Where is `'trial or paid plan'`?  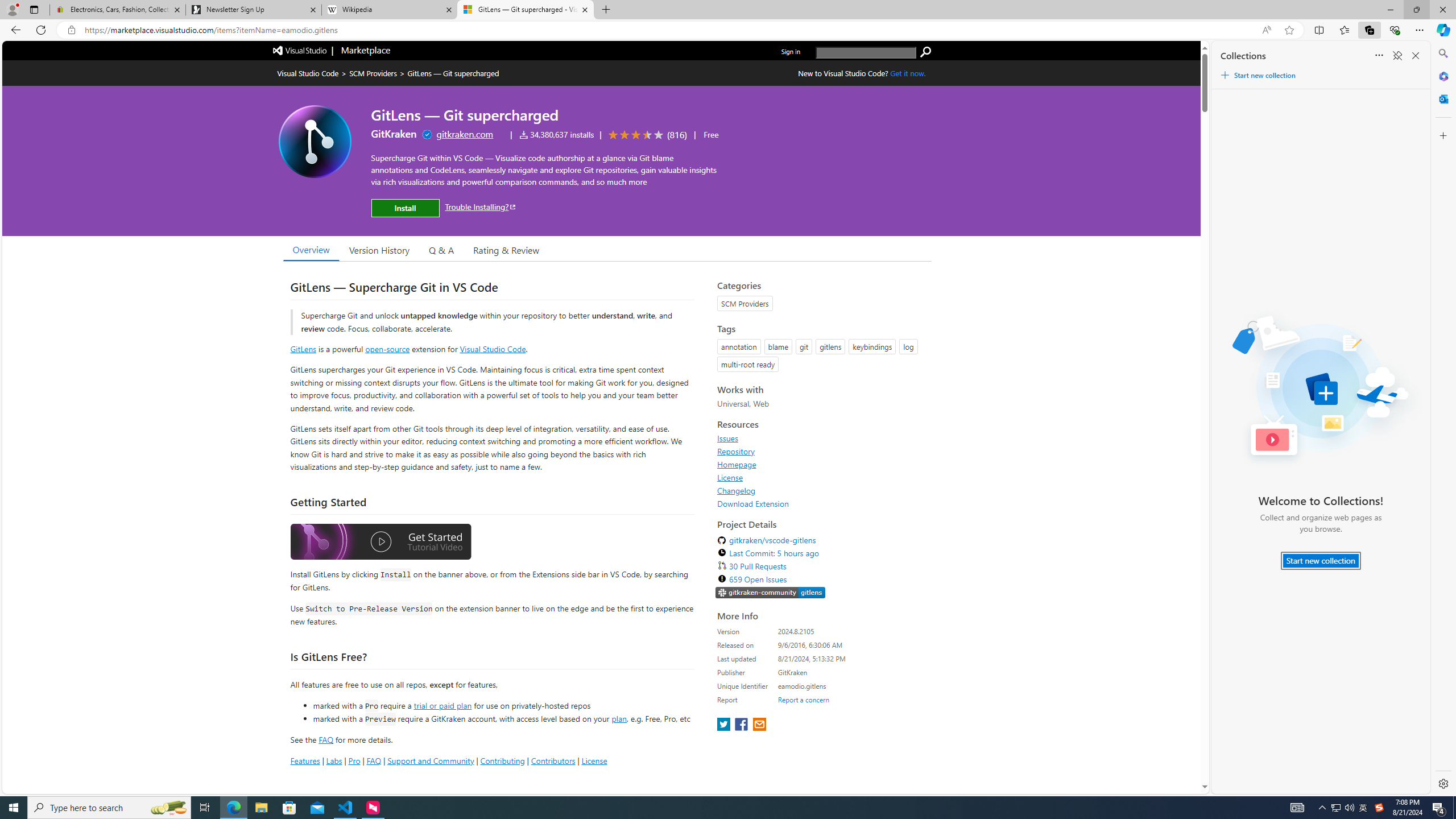
'trial or paid plan' is located at coordinates (442, 704).